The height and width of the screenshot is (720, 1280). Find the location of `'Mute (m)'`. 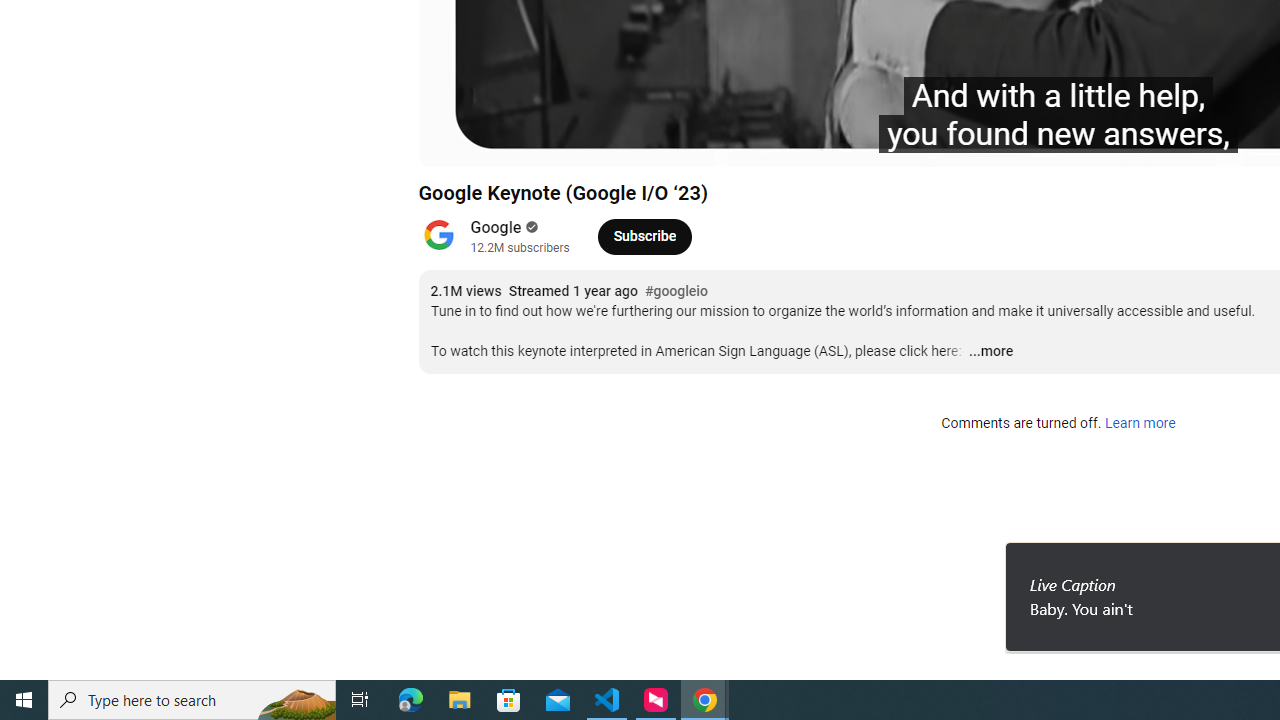

'Mute (m)' is located at coordinates (548, 141).